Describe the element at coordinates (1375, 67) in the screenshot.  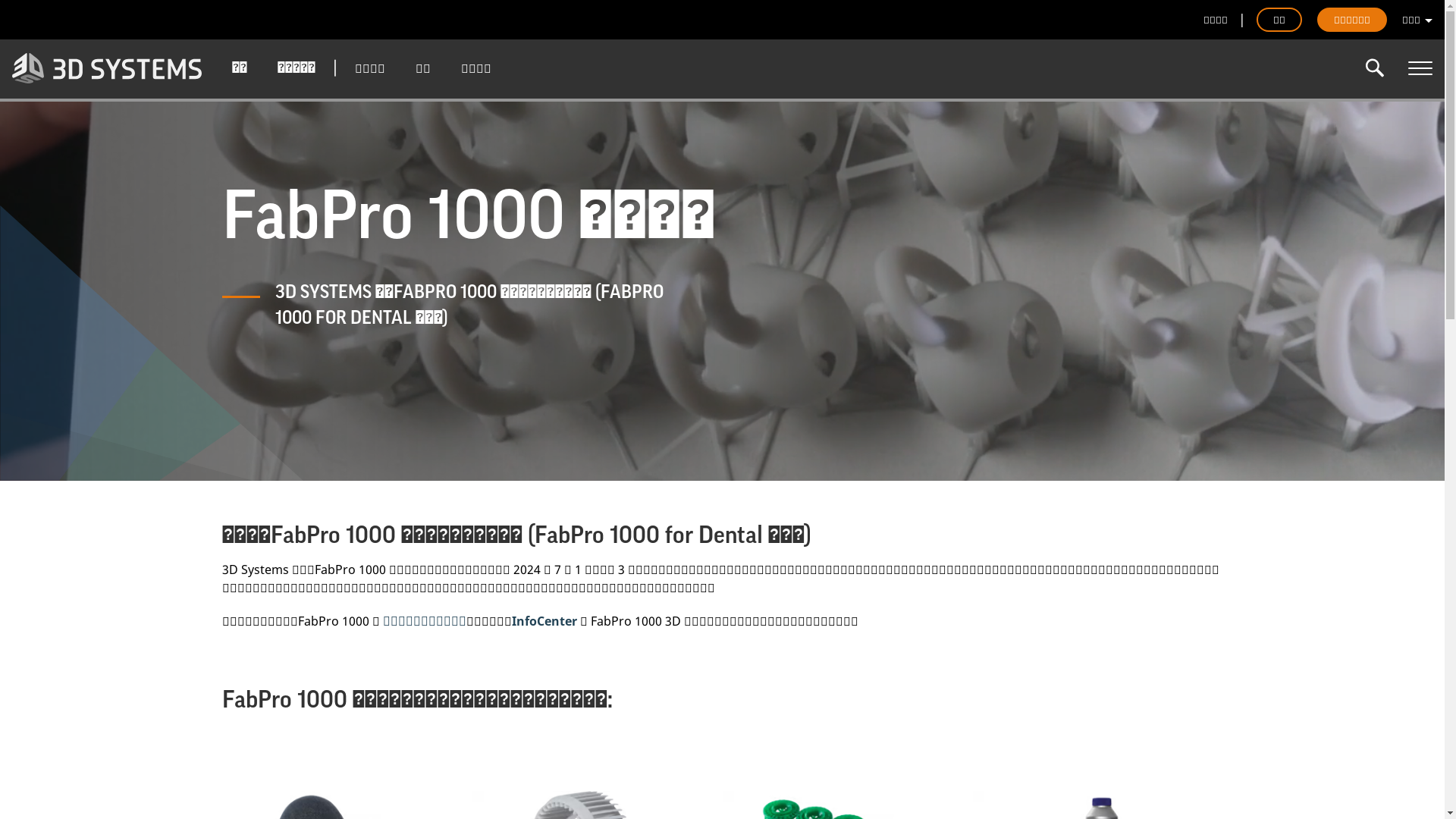
I see `'Search'` at that location.